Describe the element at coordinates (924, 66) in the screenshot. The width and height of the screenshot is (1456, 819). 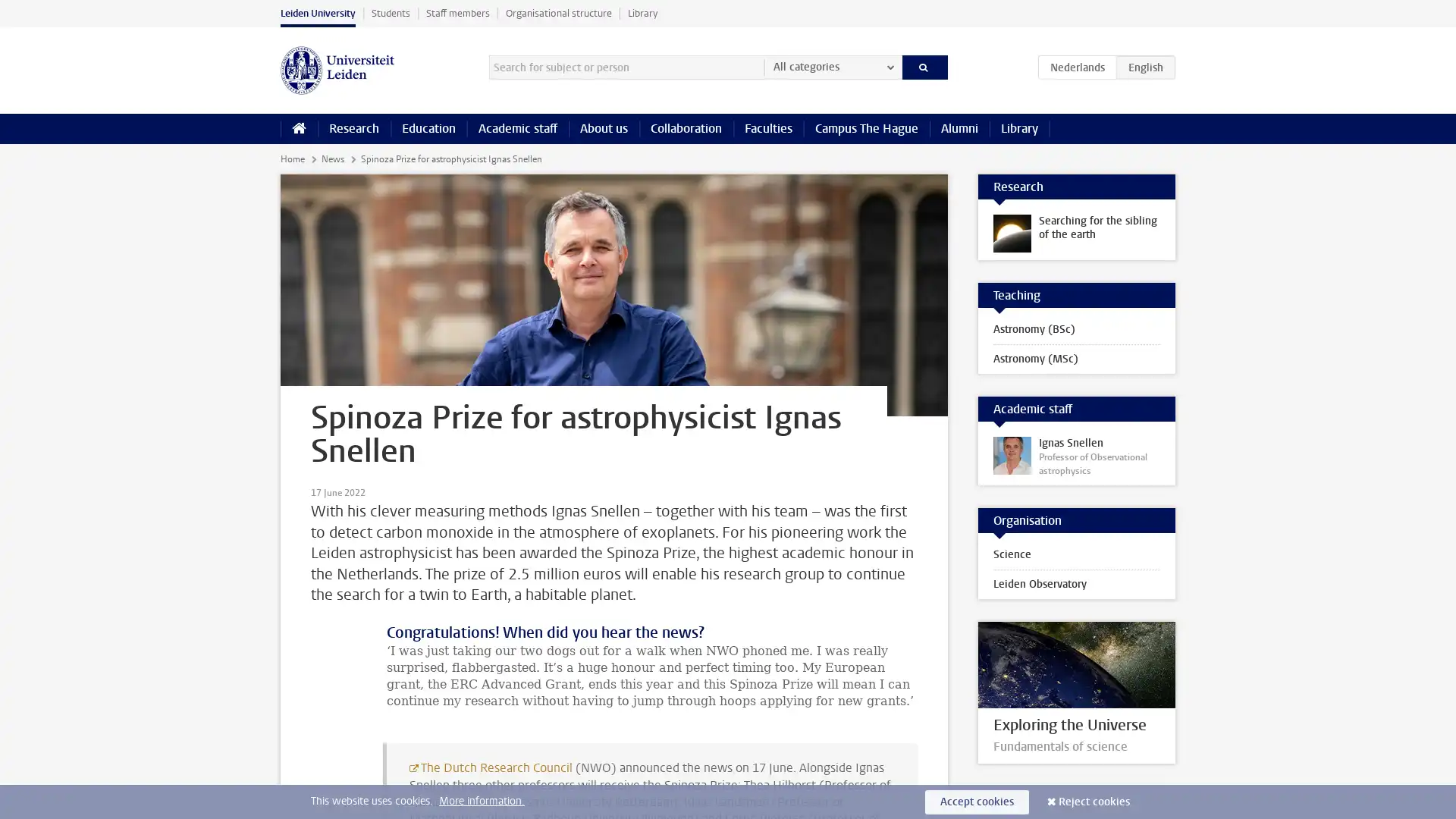
I see `Search` at that location.